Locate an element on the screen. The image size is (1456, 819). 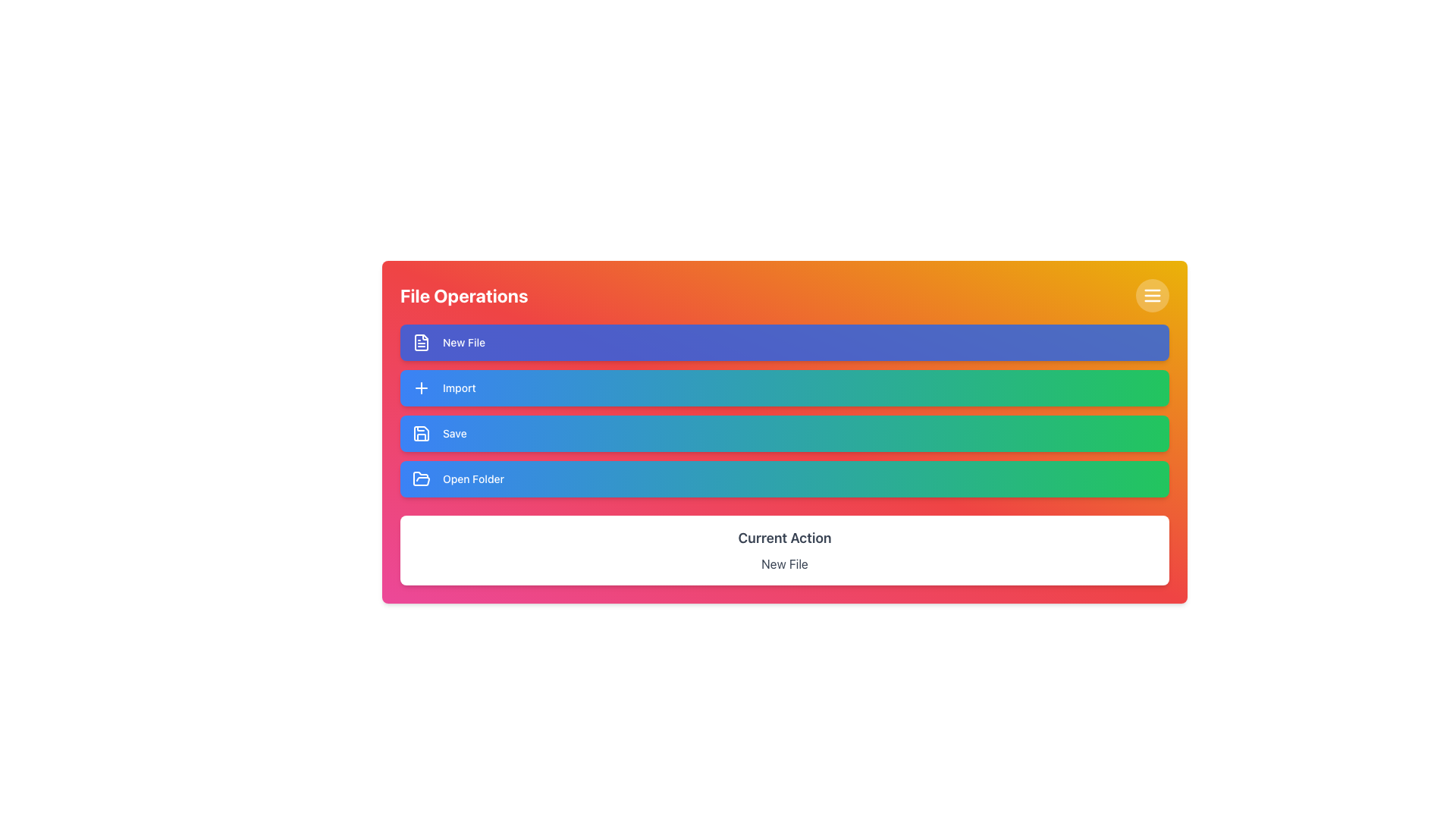
the save icon, which is styled with a rounded rectangle frame and represents a floppy disk, located to the left of the 'Save' text label in the 'File Operations' section is located at coordinates (422, 433).